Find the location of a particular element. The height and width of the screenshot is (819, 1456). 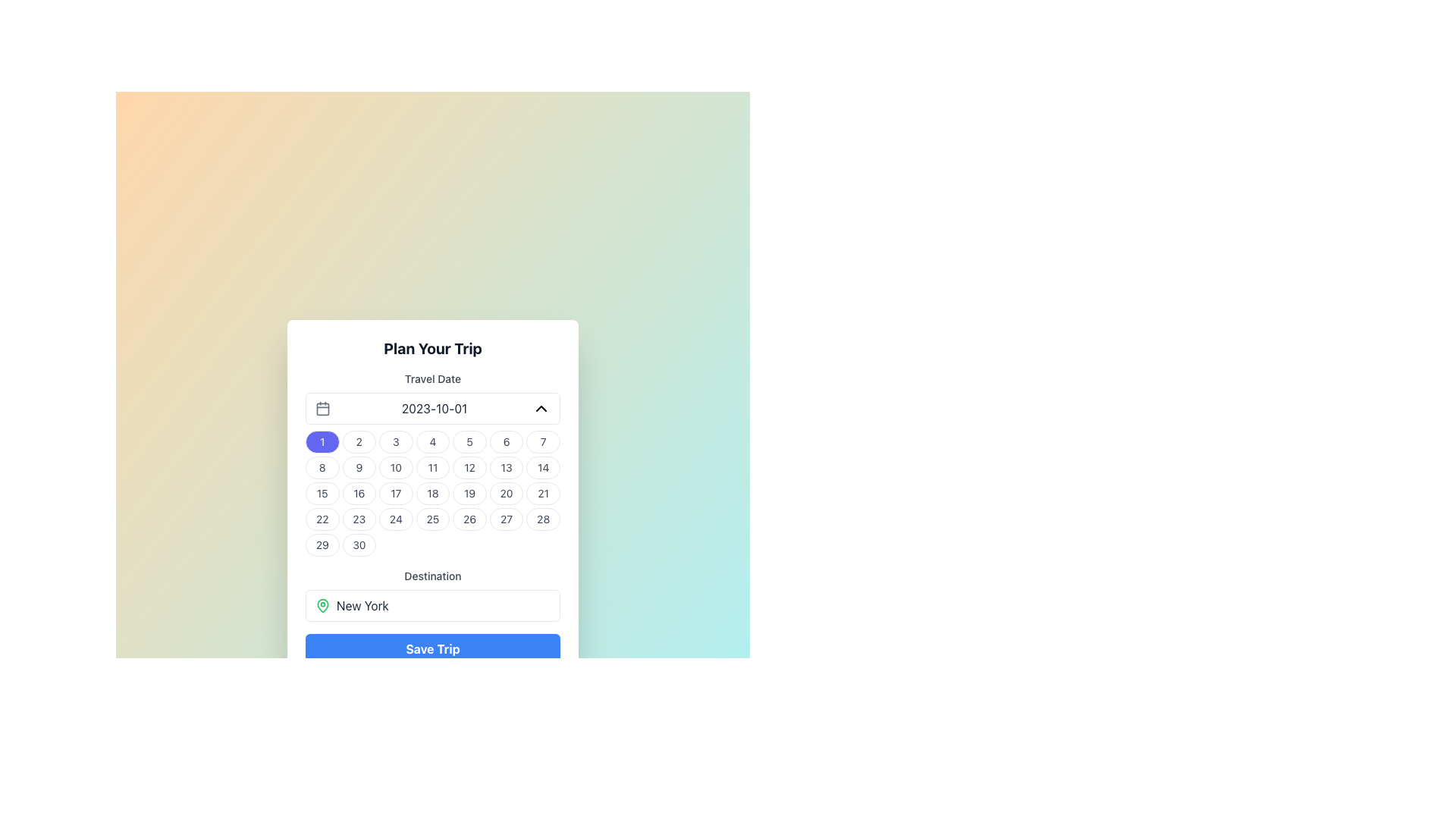

the Interactive calendar day button displaying the number '2' is located at coordinates (358, 441).